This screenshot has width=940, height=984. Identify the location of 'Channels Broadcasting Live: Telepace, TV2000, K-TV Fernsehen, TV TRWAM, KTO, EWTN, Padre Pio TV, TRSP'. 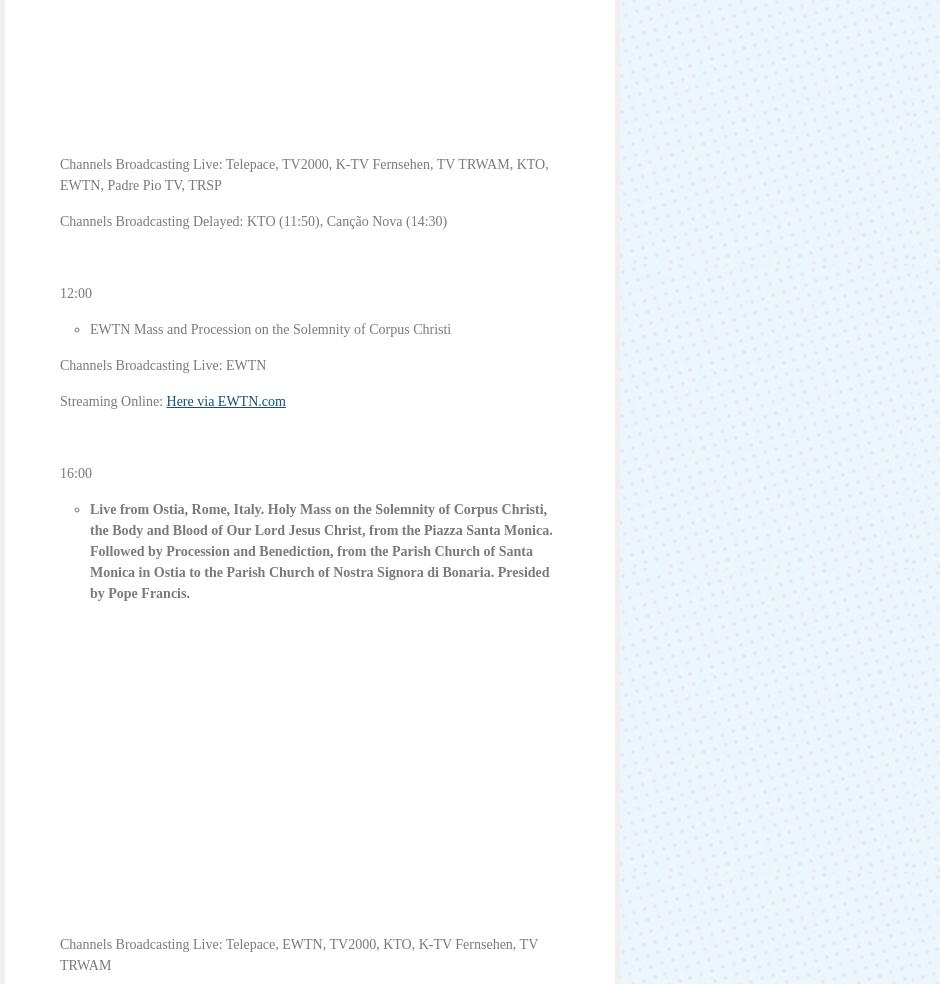
(302, 174).